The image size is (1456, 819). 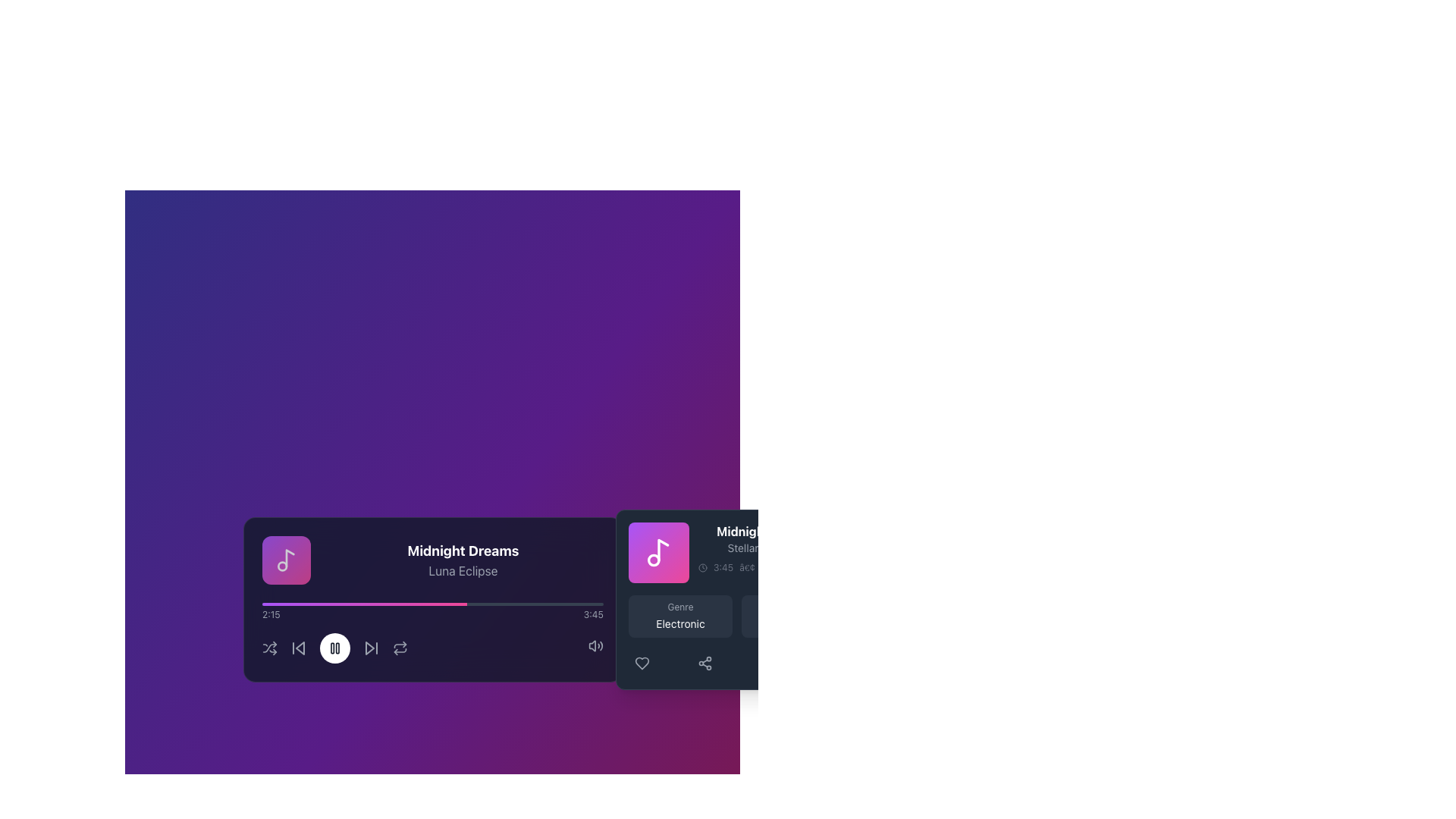 What do you see at coordinates (653, 560) in the screenshot?
I see `the SVG circle element within the music icon for possible interactions` at bounding box center [653, 560].